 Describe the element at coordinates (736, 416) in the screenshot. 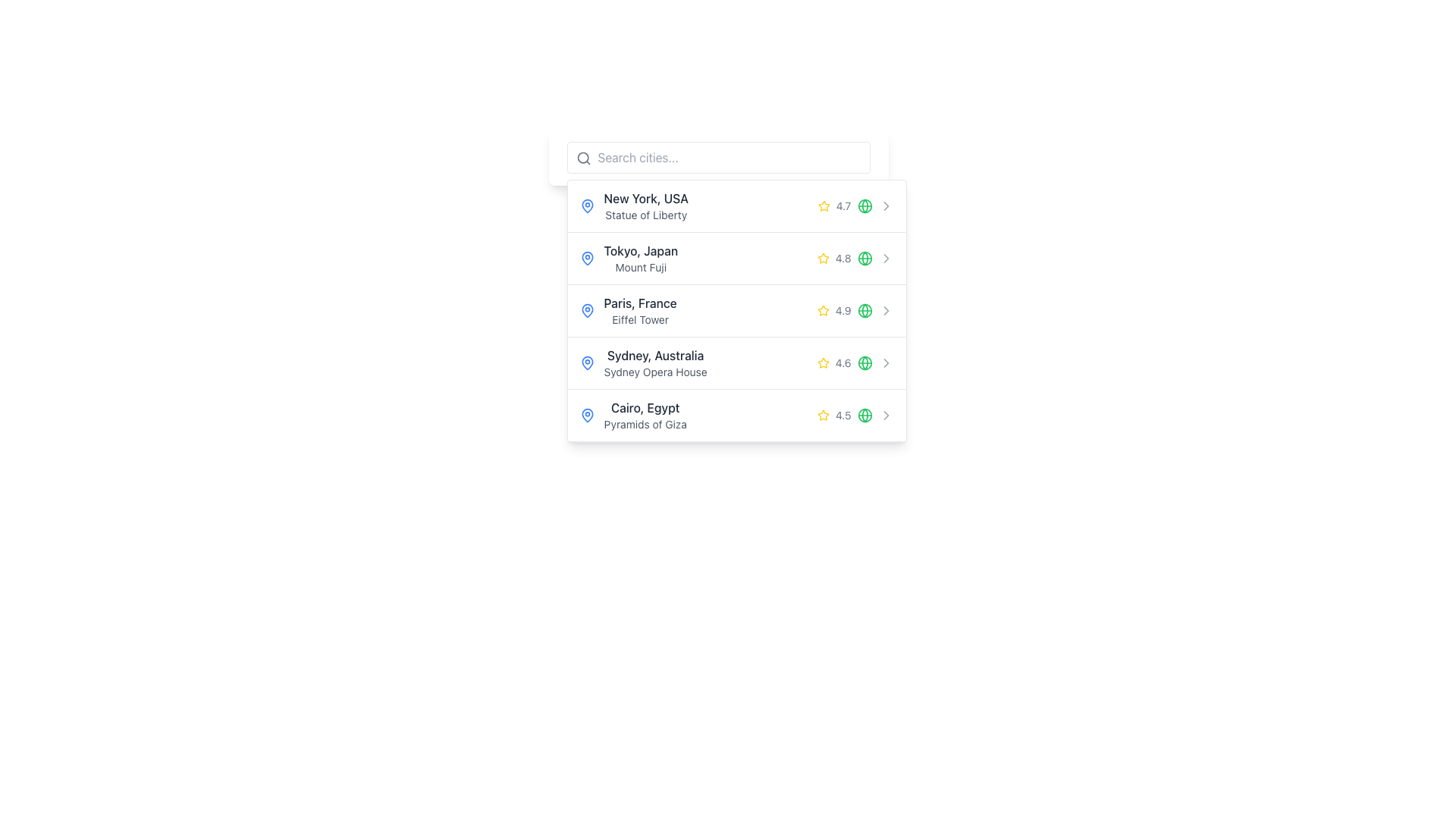

I see `the list item representing 'Cairo, Egypt' with the attraction 'Pyramids of Giza', which is the fifth item in a vertical list of destinations` at that location.